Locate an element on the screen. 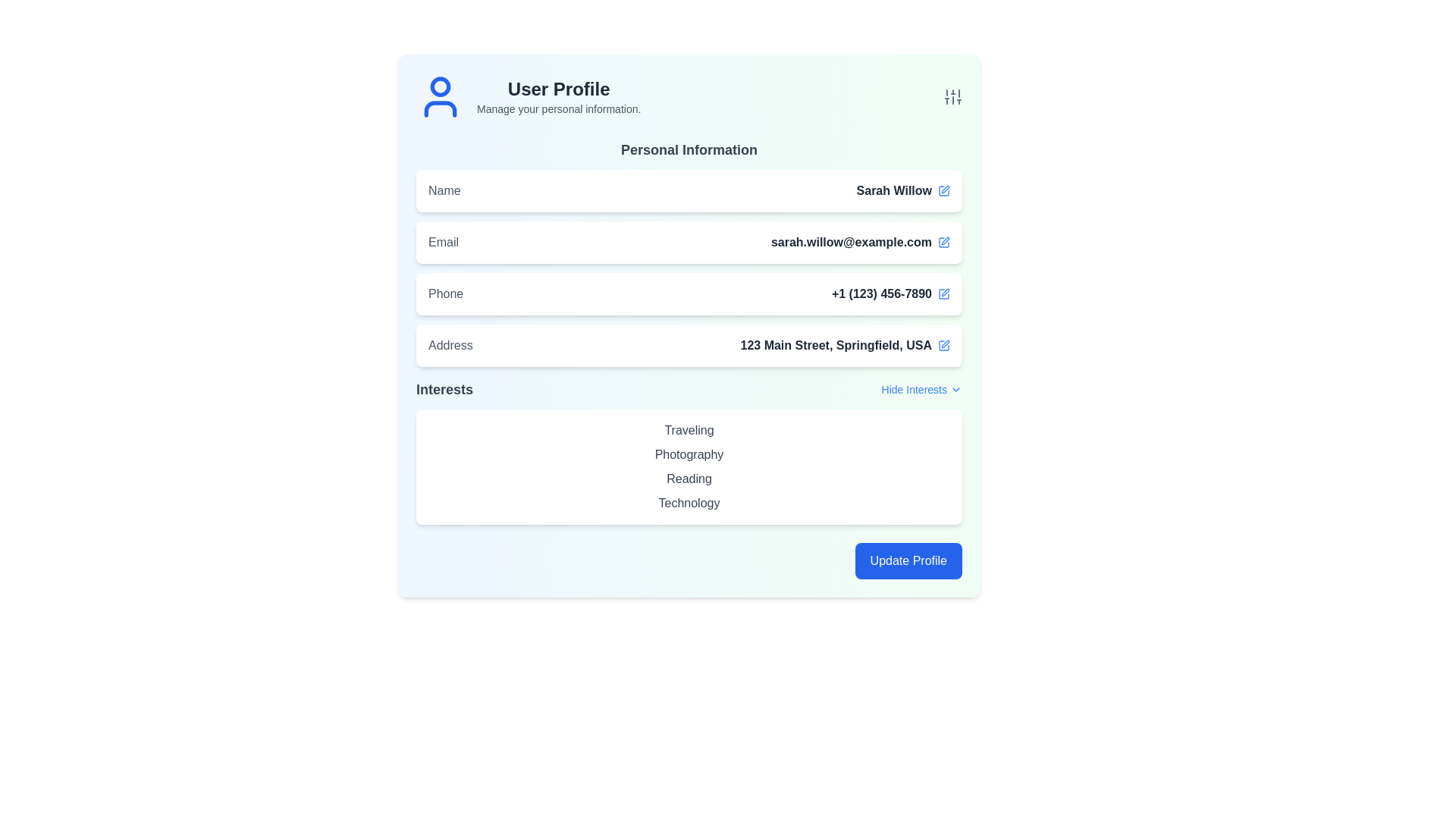  the phone number display field located in the 'Phone' section of the user profile layout, situated to the right of the 'Phone' label is located at coordinates (891, 294).